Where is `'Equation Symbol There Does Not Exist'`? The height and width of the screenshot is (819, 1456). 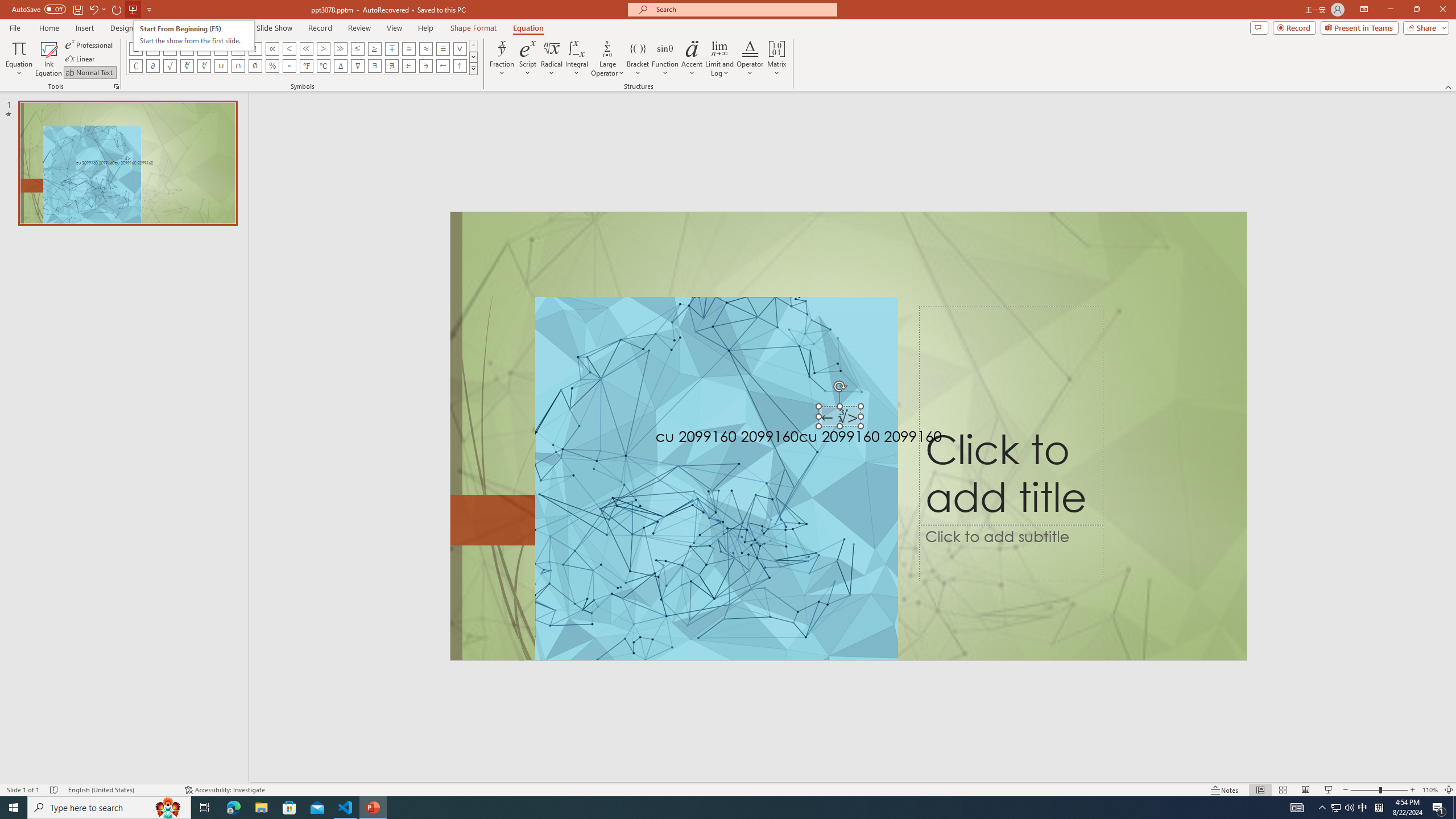 'Equation Symbol There Does Not Exist' is located at coordinates (391, 65).